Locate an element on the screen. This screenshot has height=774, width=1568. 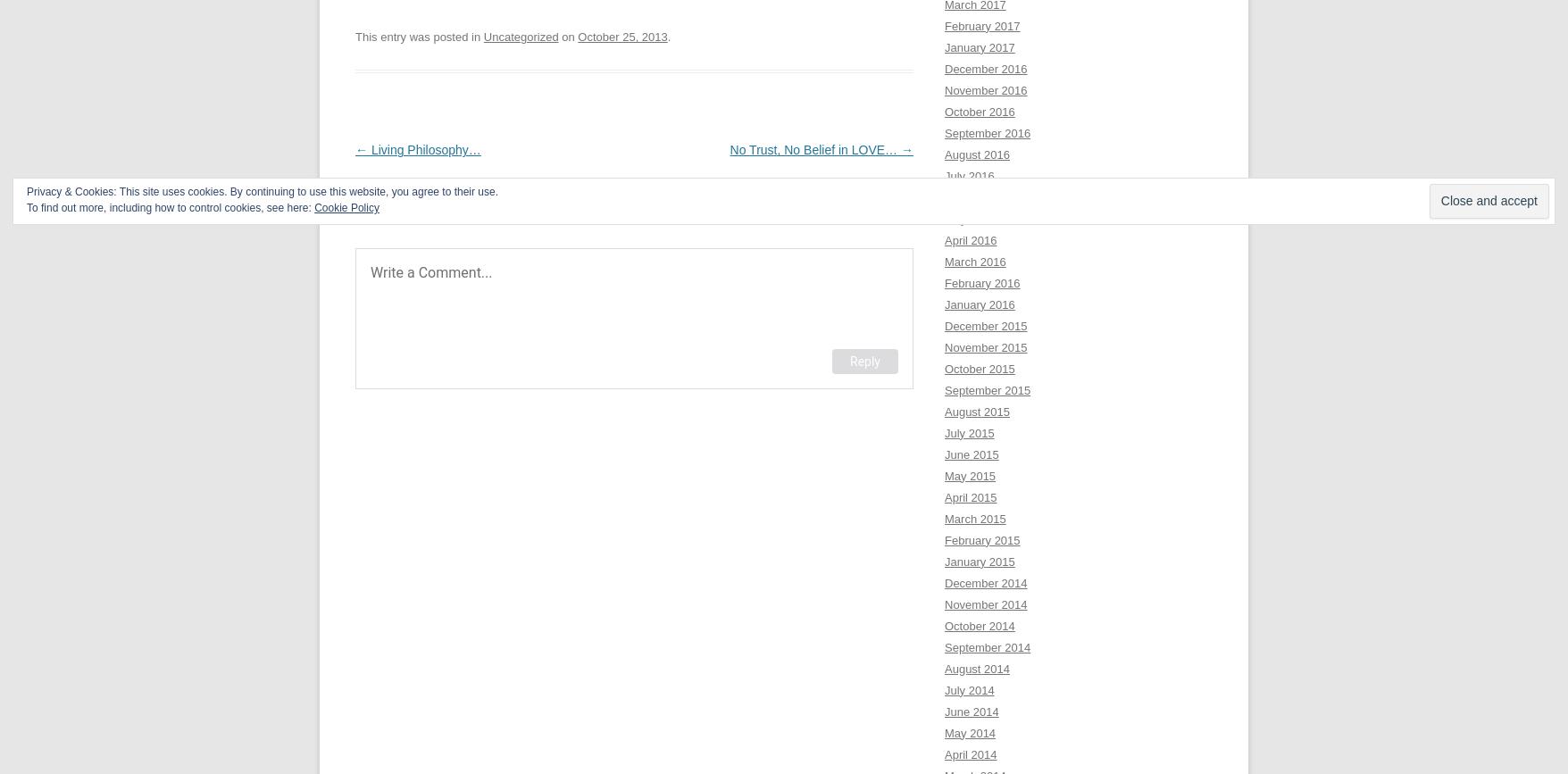
'April 2014' is located at coordinates (969, 753).